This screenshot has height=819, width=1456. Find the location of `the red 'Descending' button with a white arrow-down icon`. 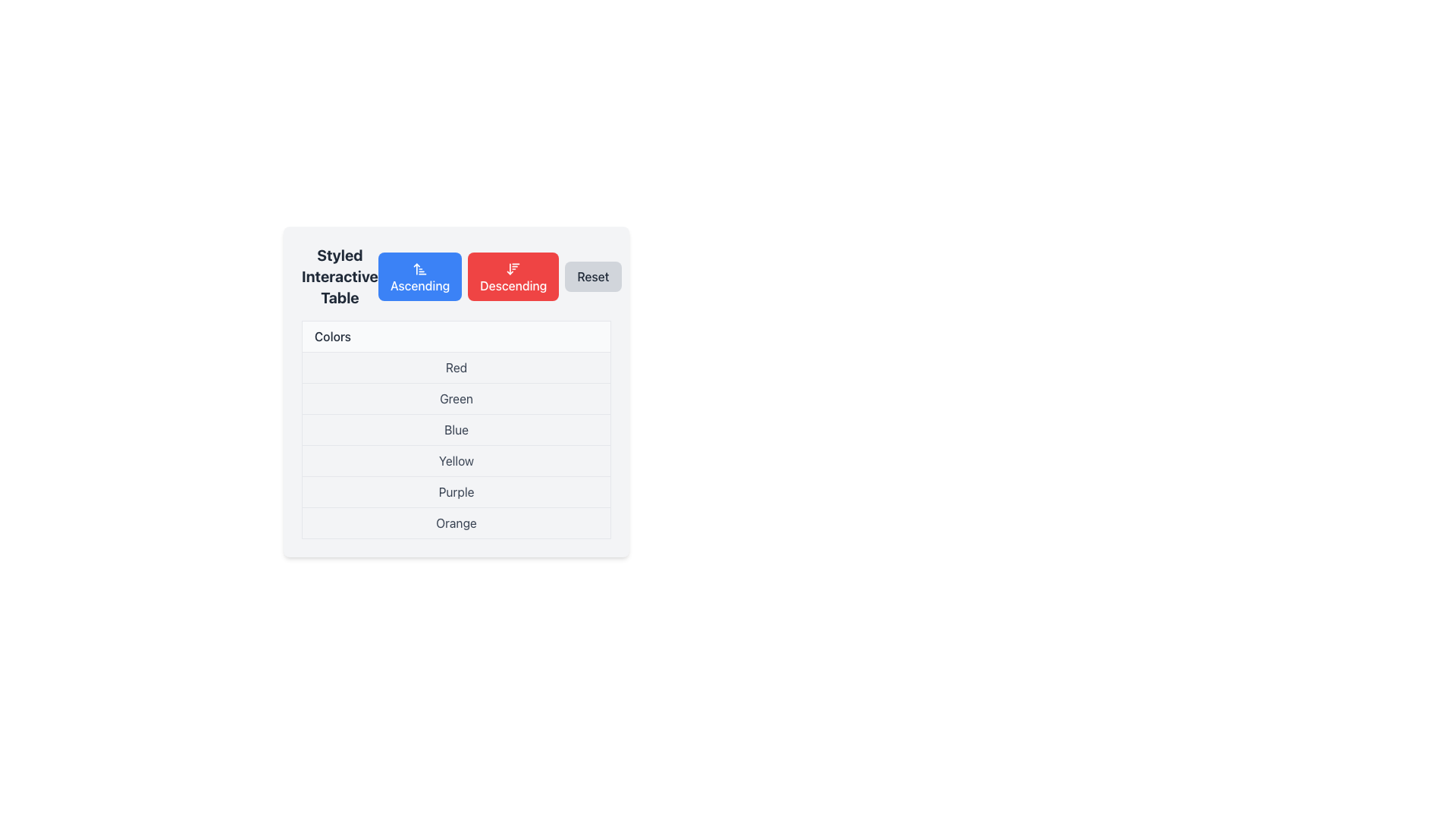

the red 'Descending' button with a white arrow-down icon is located at coordinates (500, 277).